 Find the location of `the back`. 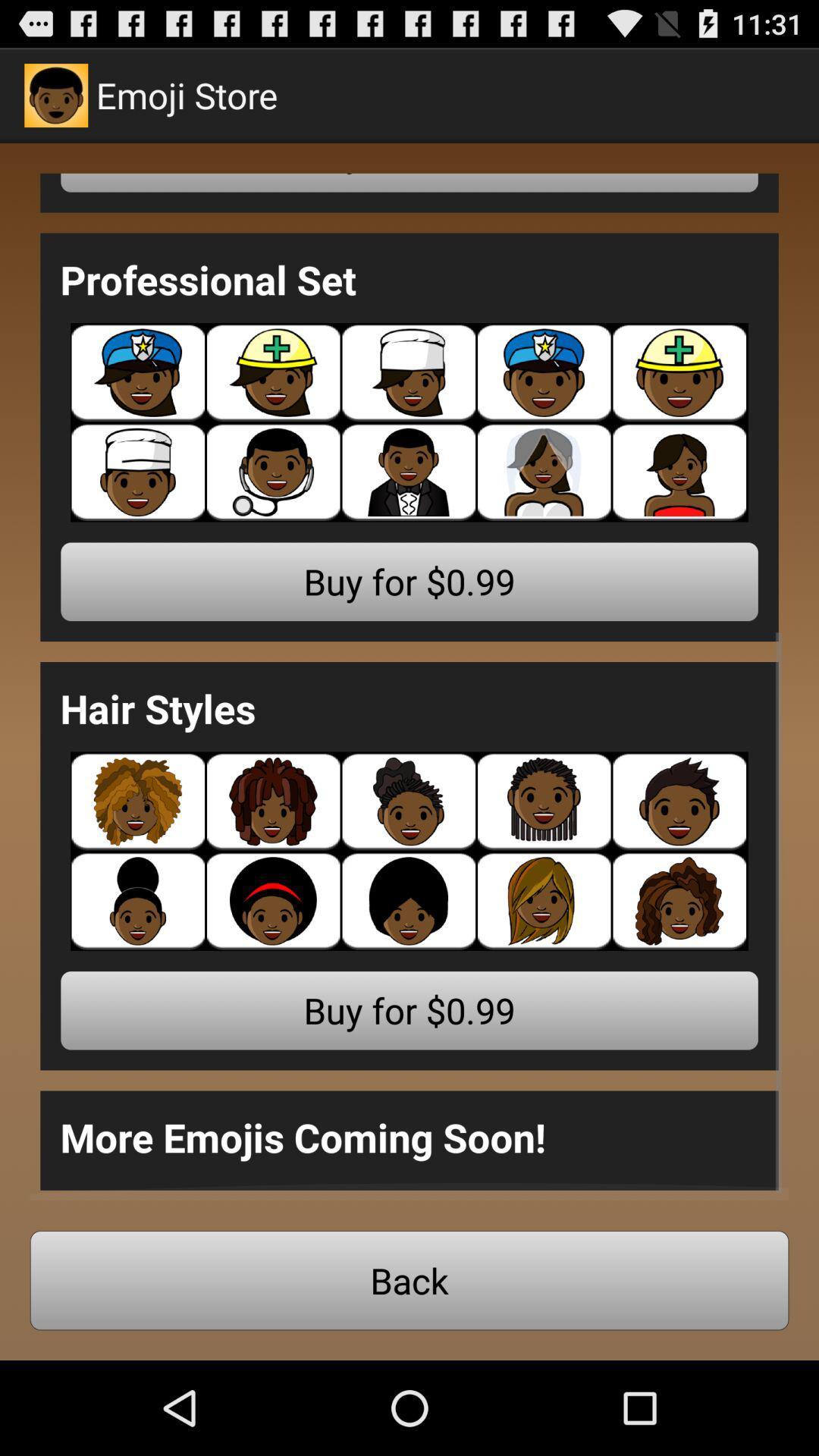

the back is located at coordinates (409, 1279).